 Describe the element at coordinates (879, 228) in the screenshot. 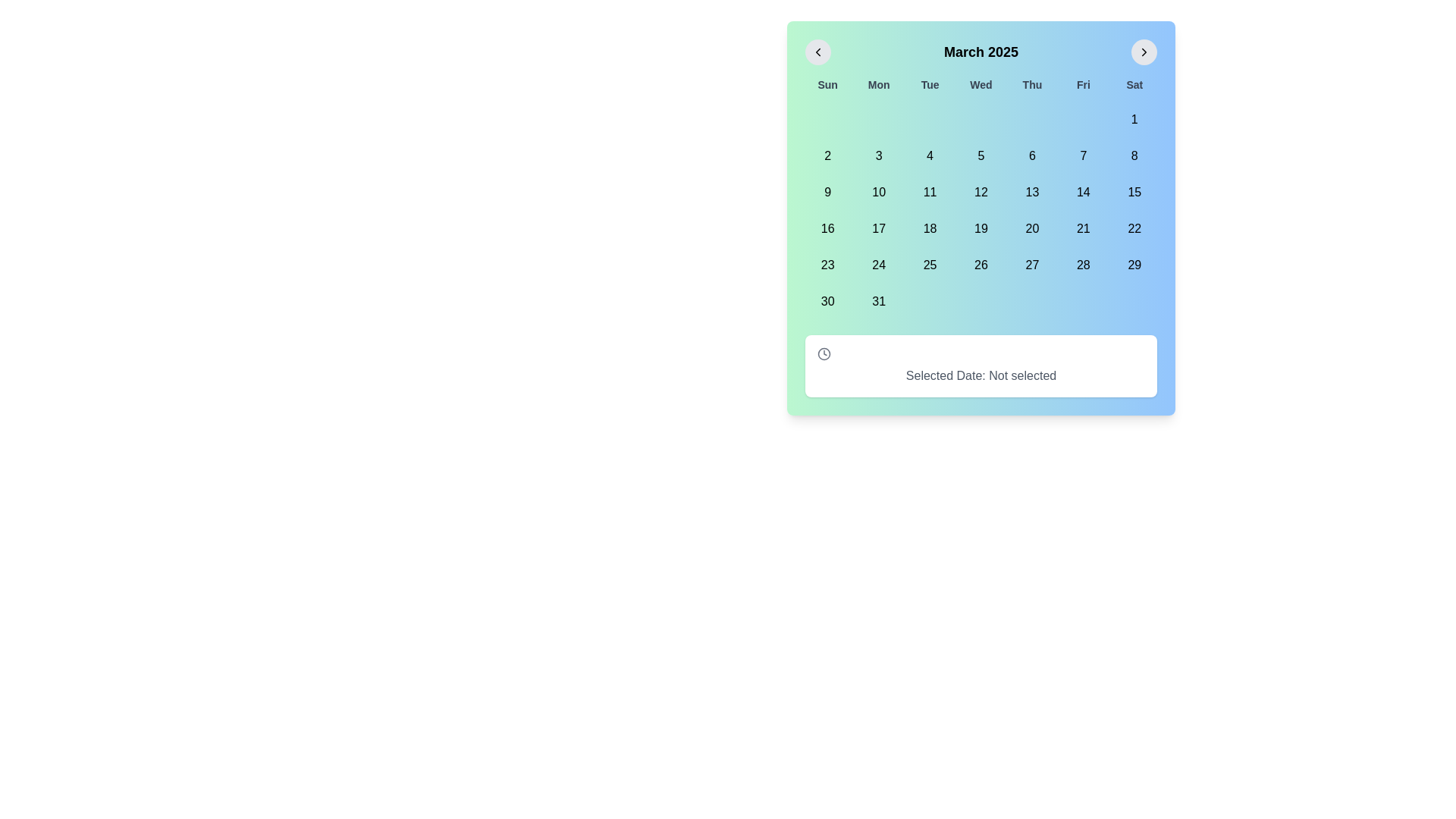

I see `the button displaying the number '17' in bold text on the calendar grid layout beneath the header 'March 2025'` at that location.